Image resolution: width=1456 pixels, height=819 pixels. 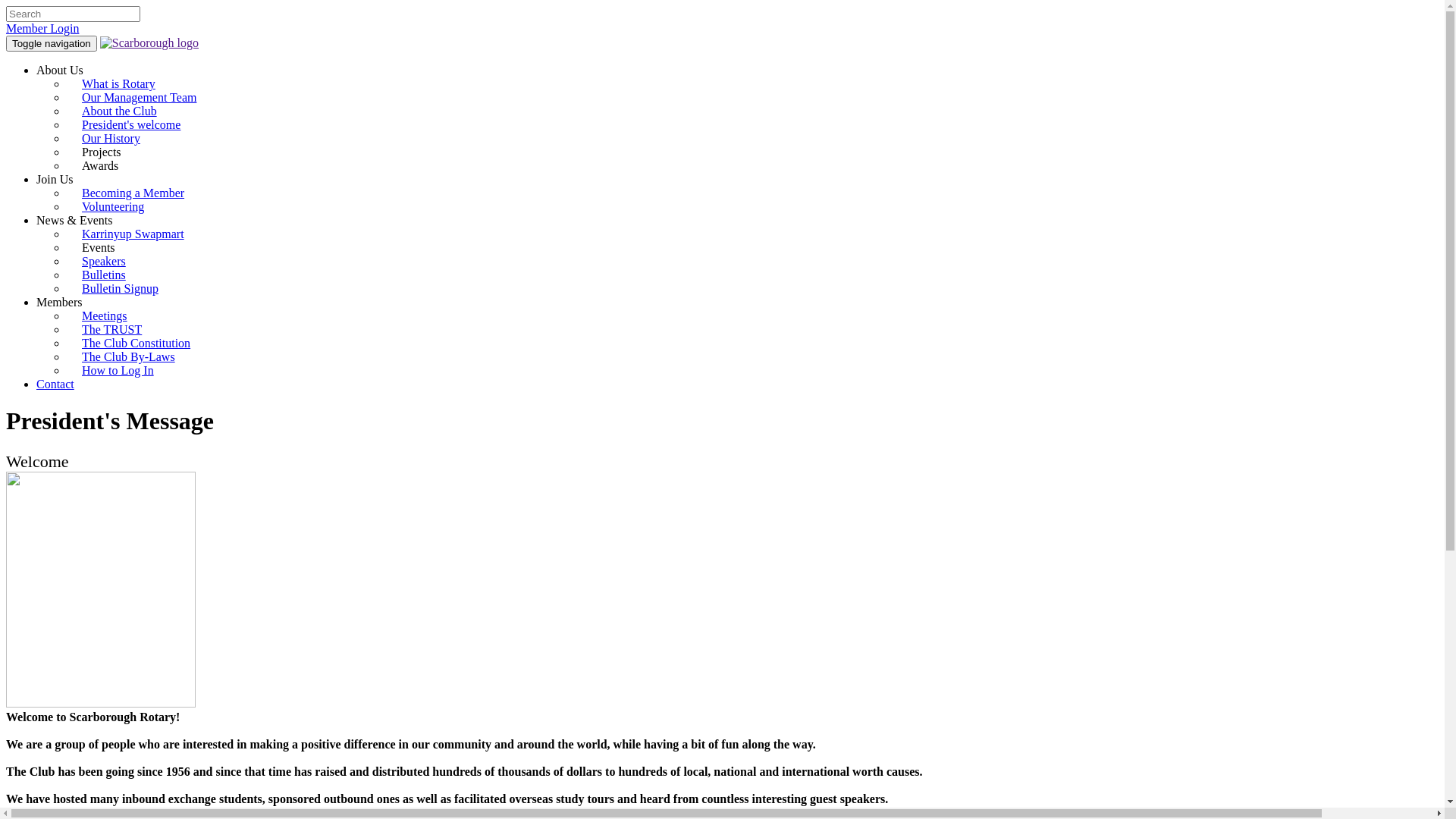 What do you see at coordinates (65, 83) in the screenshot?
I see `'What is Rotary'` at bounding box center [65, 83].